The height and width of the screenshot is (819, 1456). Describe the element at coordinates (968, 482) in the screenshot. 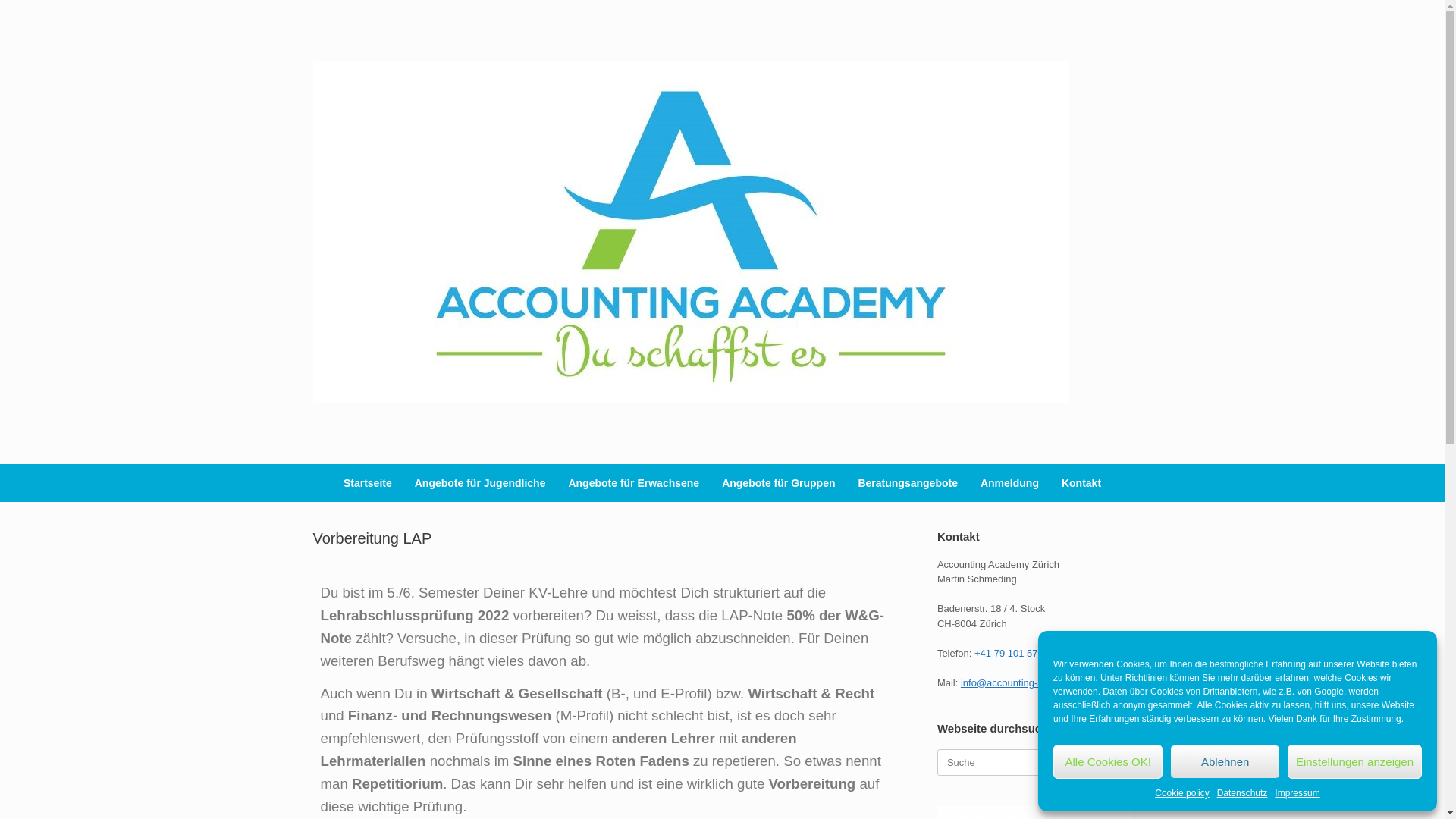

I see `'Anmeldung'` at that location.